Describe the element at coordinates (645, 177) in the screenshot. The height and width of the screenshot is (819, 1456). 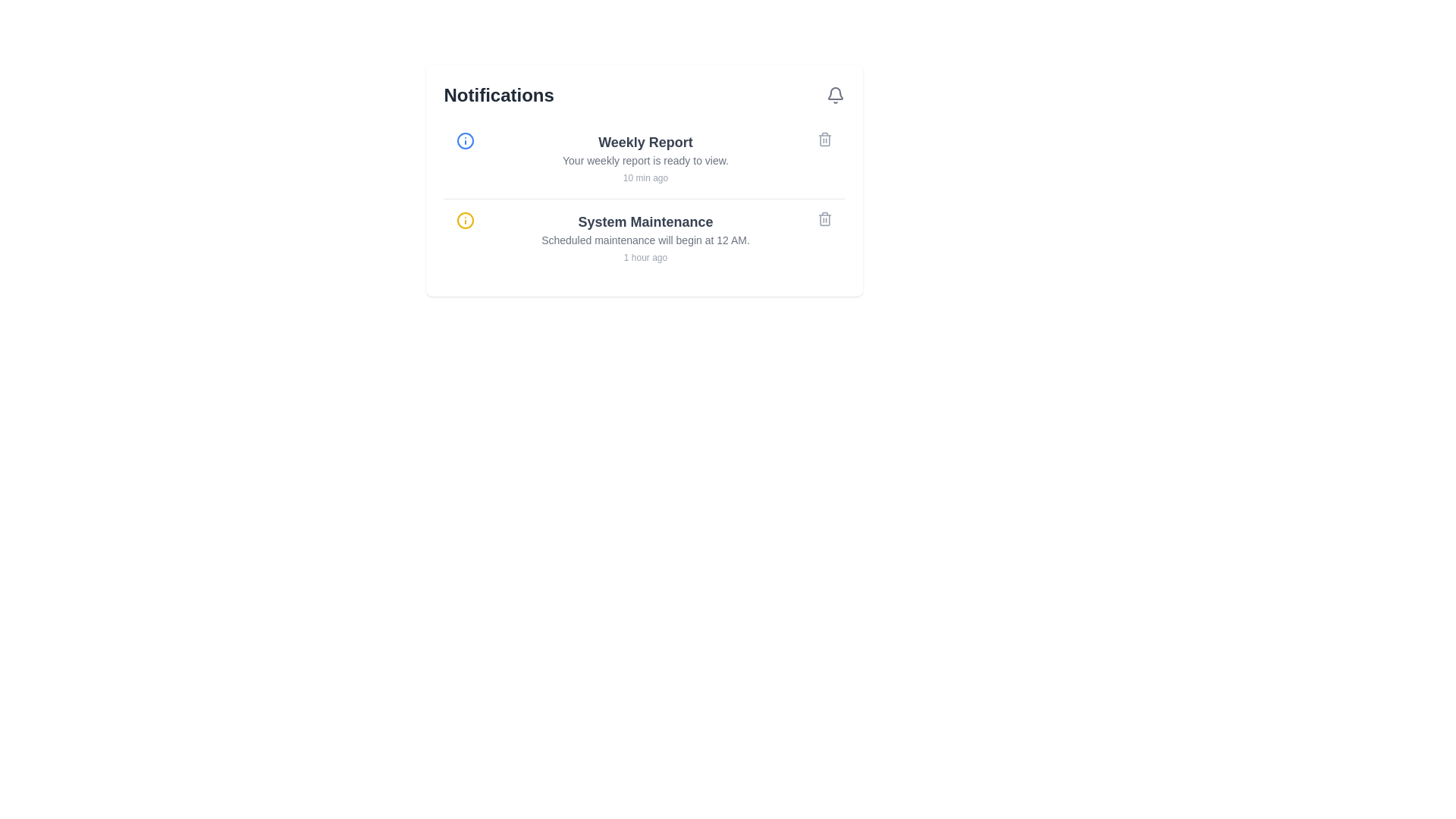
I see `the static text displaying '10 min ago' located within the 'Weekly Report' notification, which is aligned towards the bottom right inside the notification box` at that location.